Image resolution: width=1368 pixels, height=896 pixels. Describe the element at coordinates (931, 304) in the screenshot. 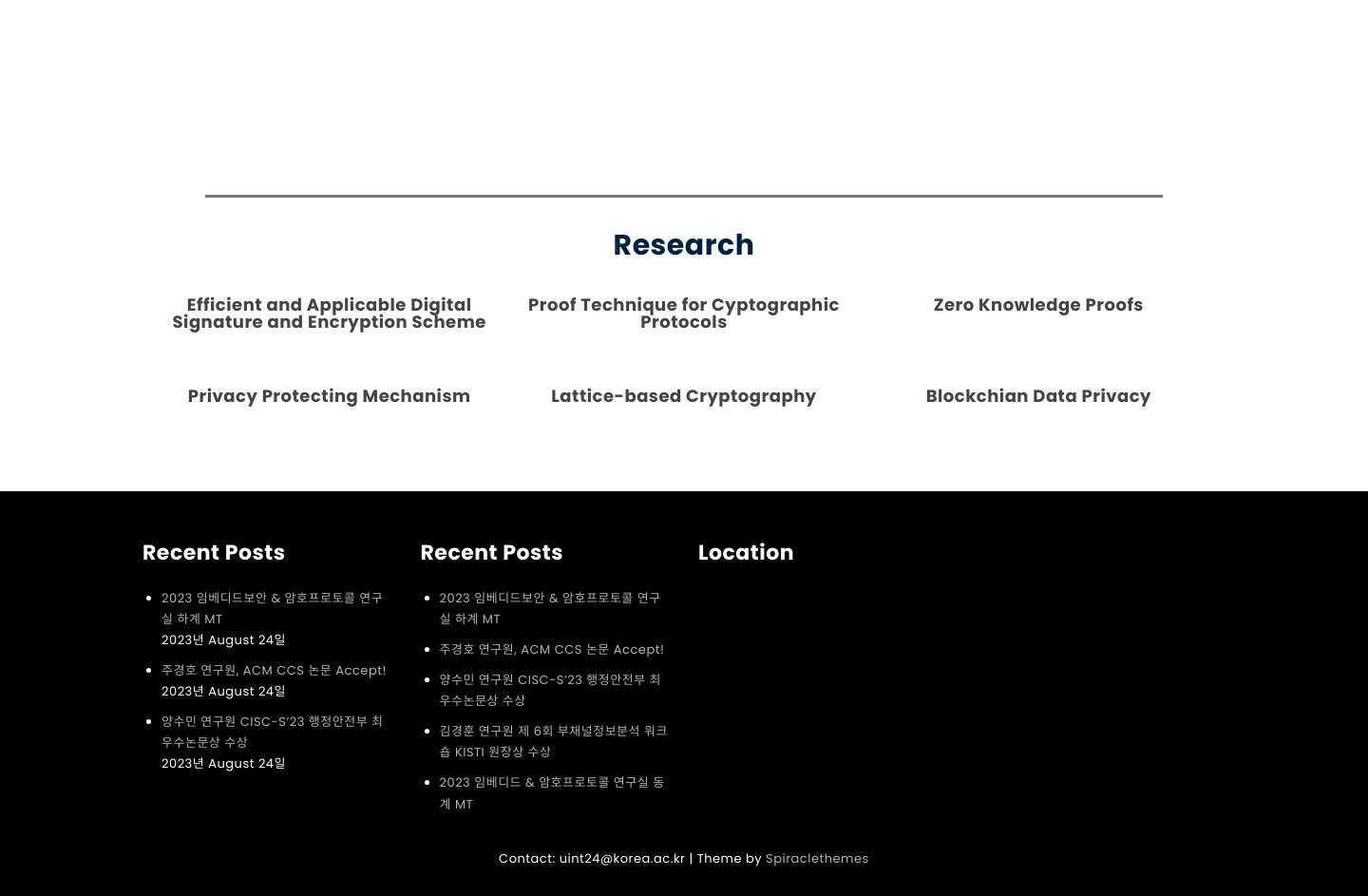

I see `'Zero Knowledge Proofs'` at that location.